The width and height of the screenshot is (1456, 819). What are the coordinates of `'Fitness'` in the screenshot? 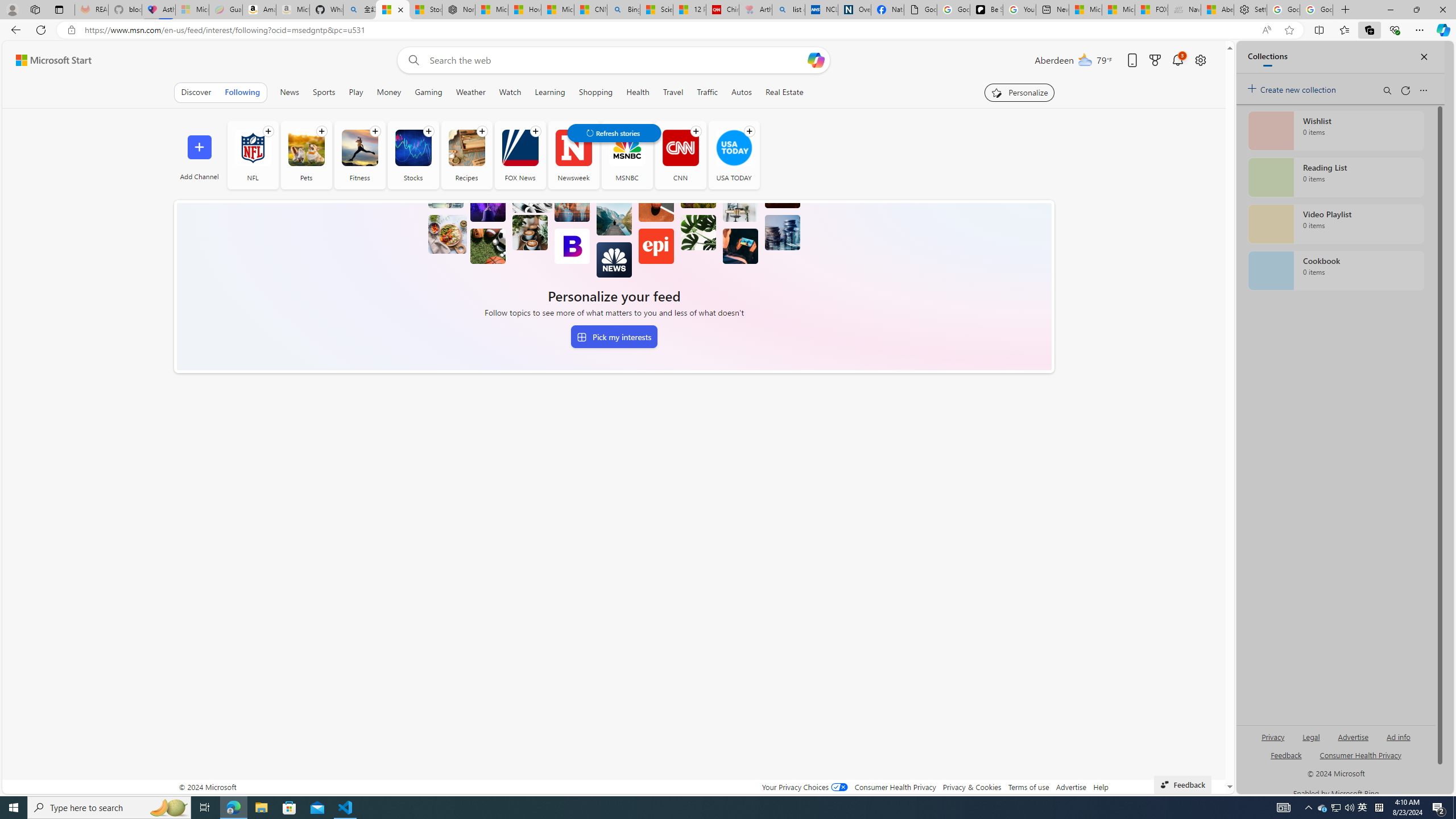 It's located at (359, 147).